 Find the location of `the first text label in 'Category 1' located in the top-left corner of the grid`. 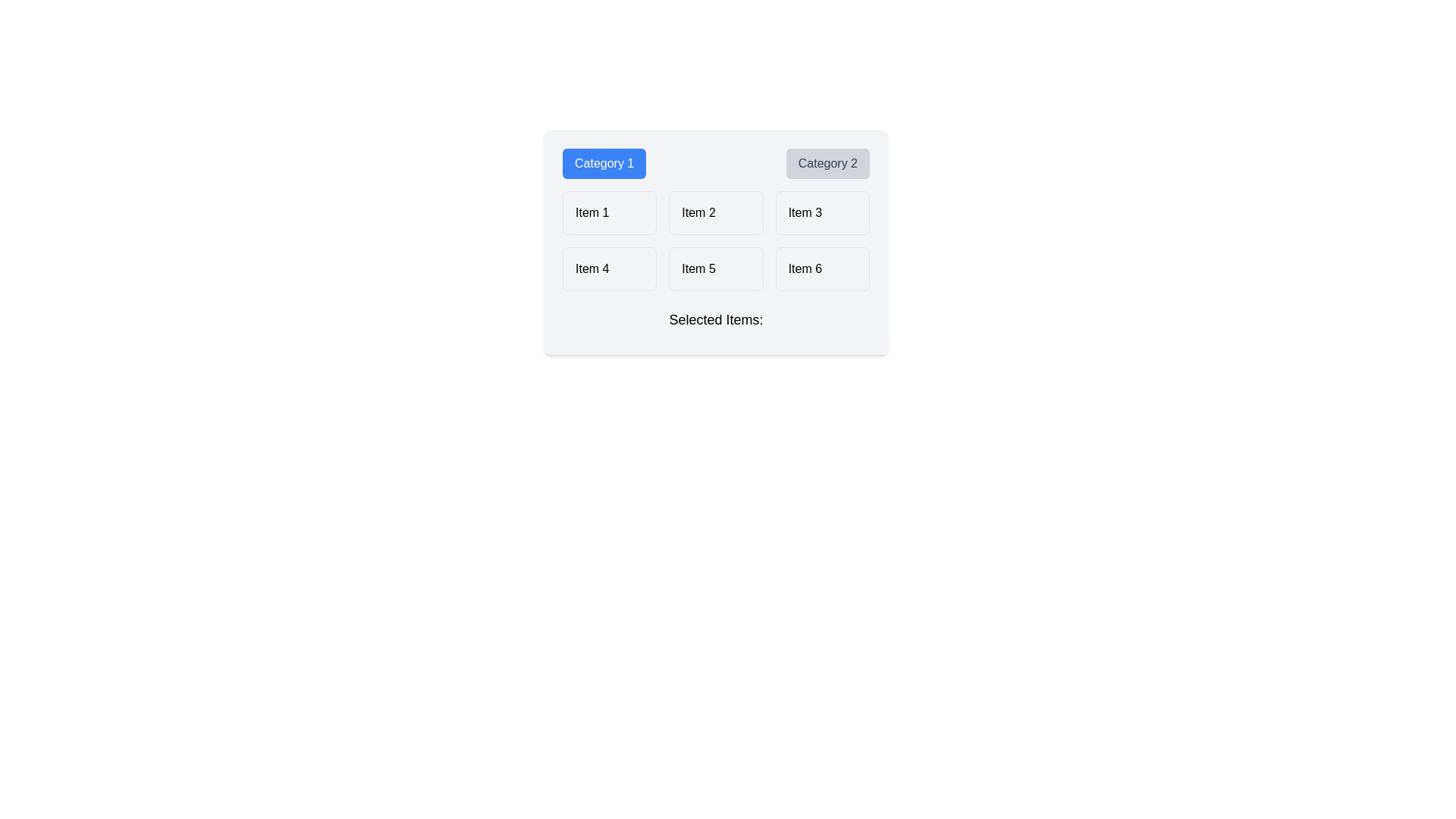

the first text label in 'Category 1' located in the top-left corner of the grid is located at coordinates (591, 213).